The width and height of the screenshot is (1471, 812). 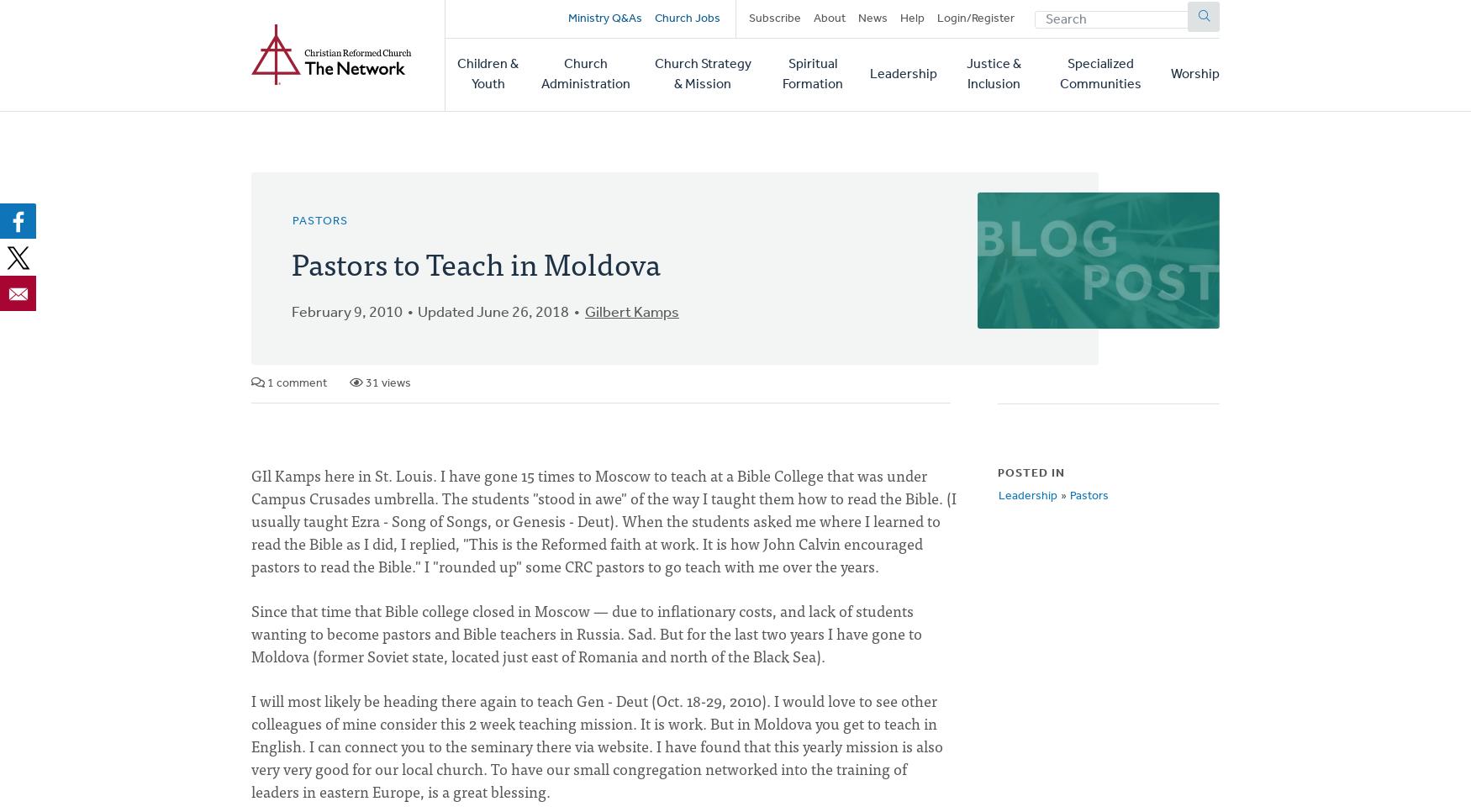 What do you see at coordinates (911, 18) in the screenshot?
I see `'Help'` at bounding box center [911, 18].